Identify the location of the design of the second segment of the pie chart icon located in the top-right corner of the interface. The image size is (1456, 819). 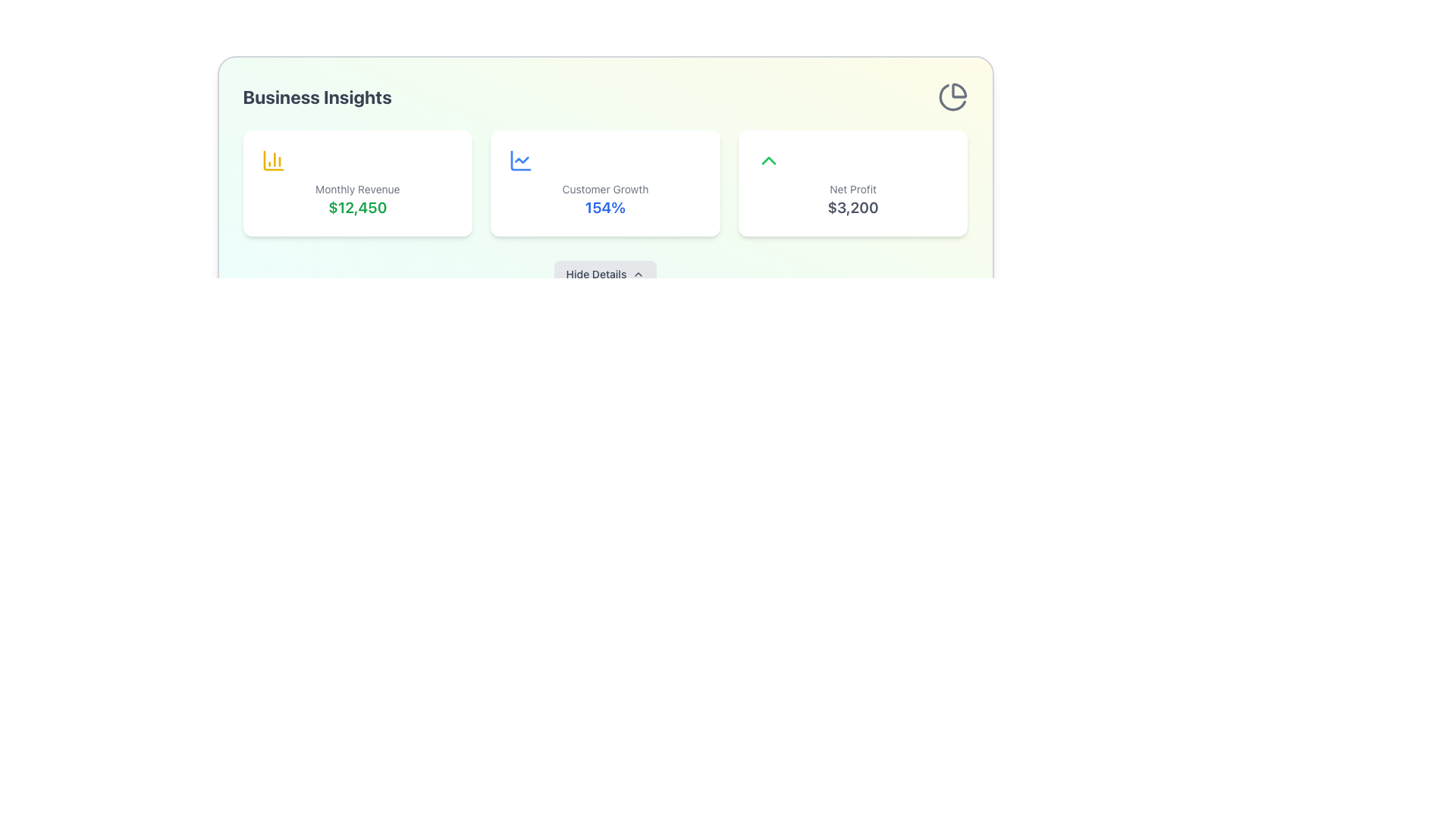
(951, 97).